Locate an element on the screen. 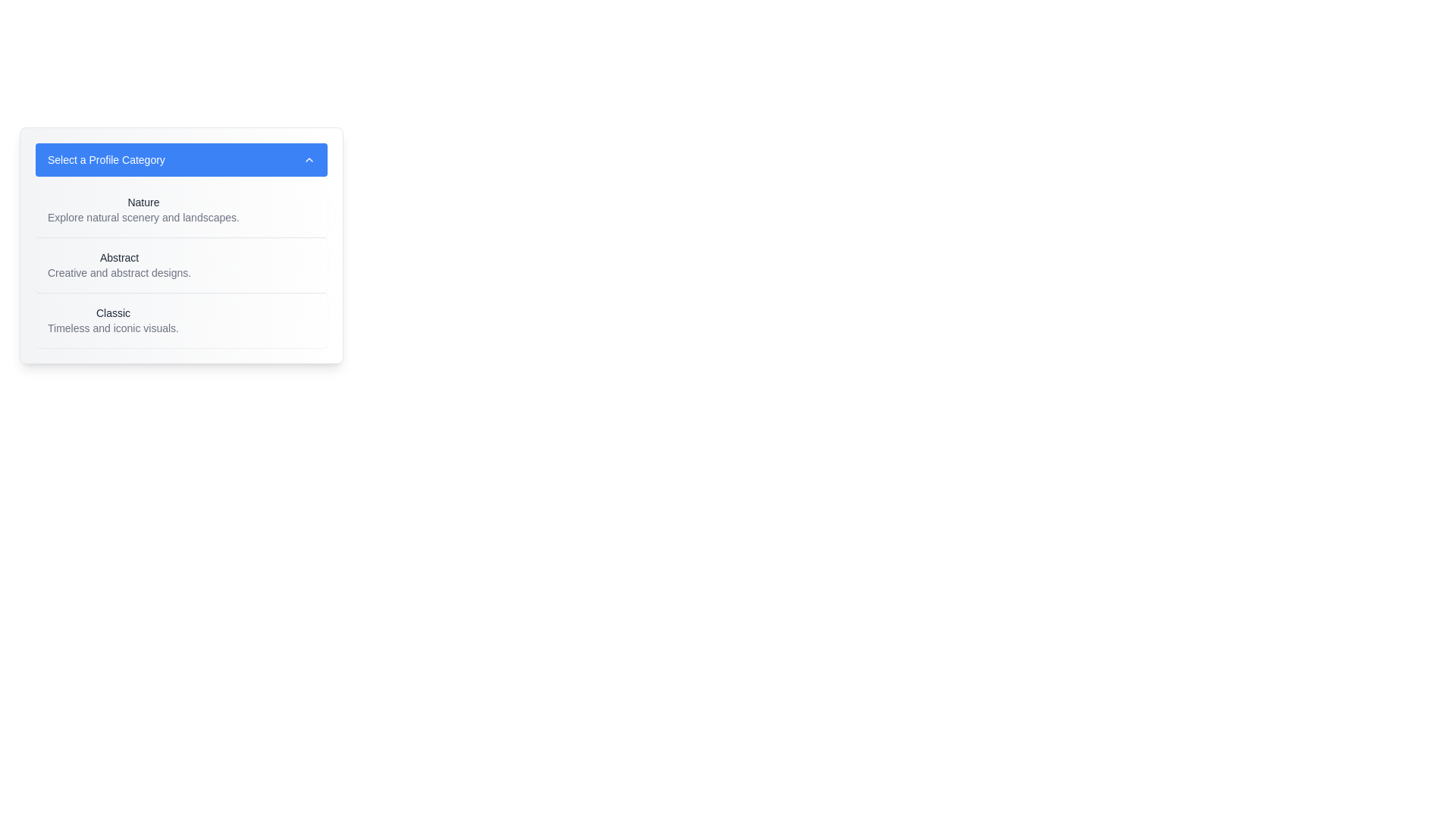 Image resolution: width=1456 pixels, height=819 pixels. the category name 'Nature' from the dropdown menu titled 'Select a Profile Category', which is the first item in the list is located at coordinates (143, 201).